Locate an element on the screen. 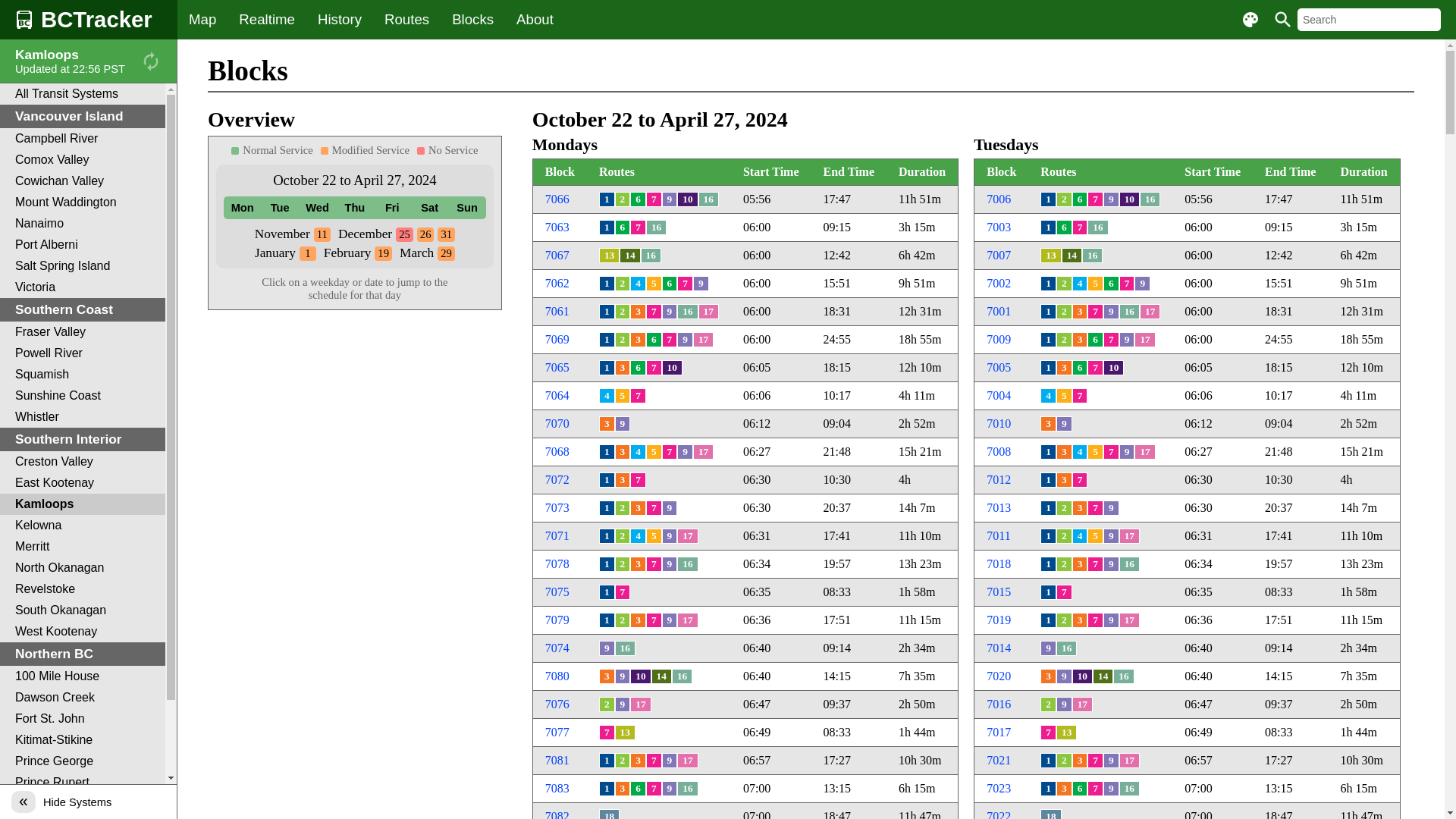  '17' is located at coordinates (640, 704).